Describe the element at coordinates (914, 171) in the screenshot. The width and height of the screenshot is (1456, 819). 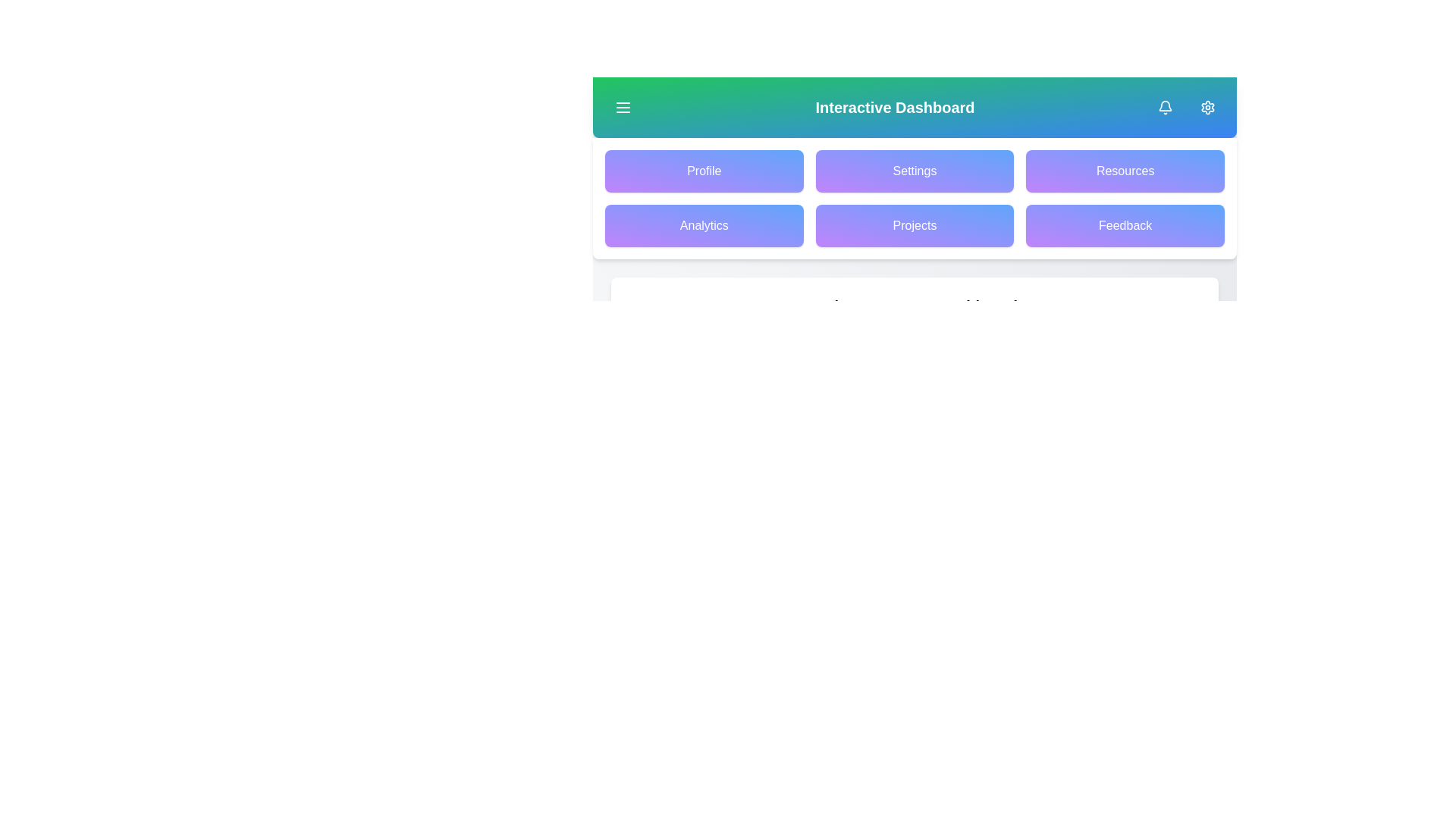
I see `the Settings button in the grid` at that location.